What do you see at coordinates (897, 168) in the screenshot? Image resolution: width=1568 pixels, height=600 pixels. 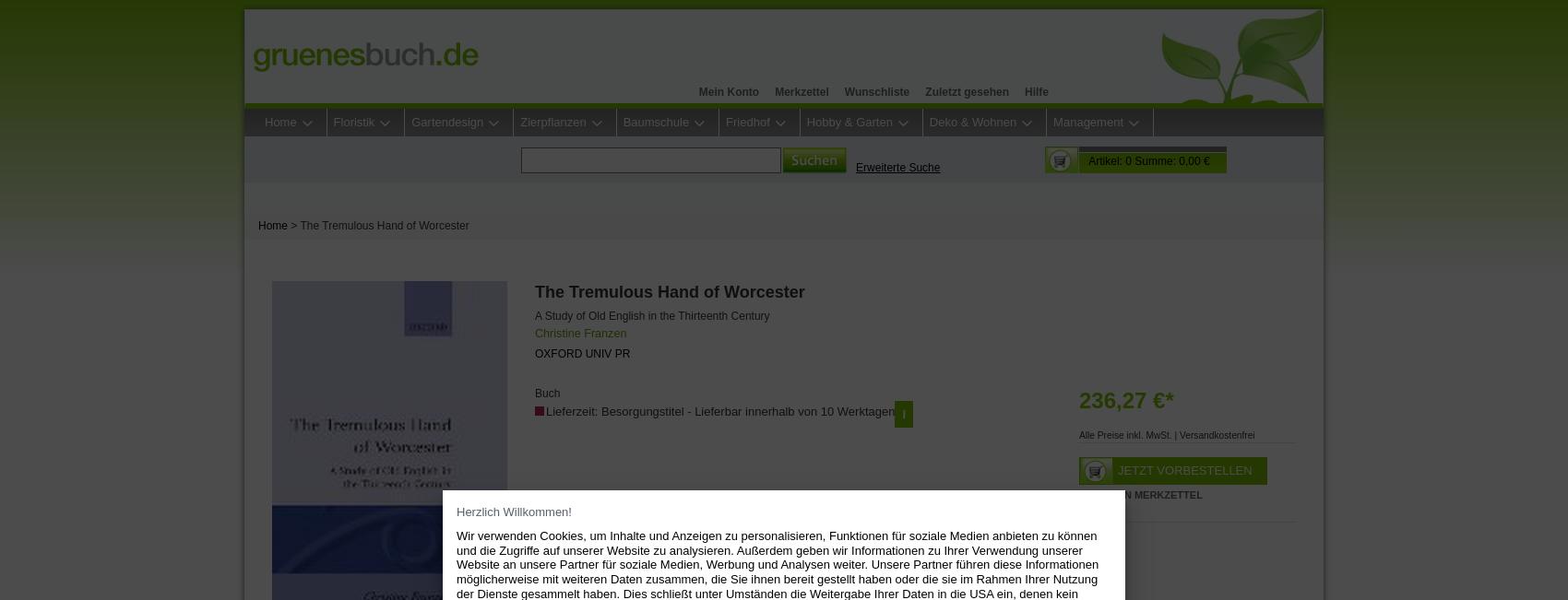 I see `'Erweiterte Suche'` at bounding box center [897, 168].